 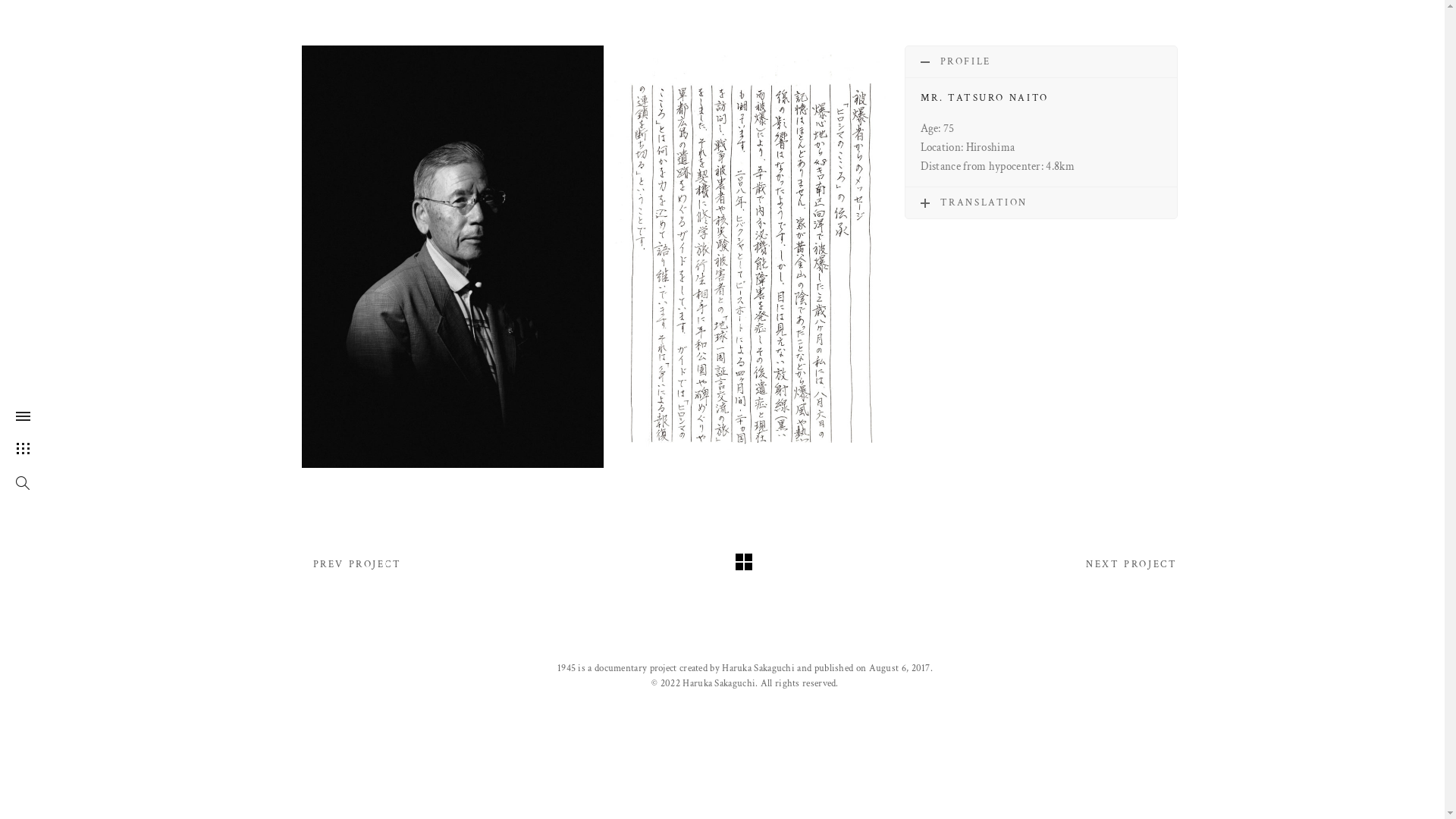 I want to click on 'TRANSLATION', so click(x=1040, y=202).